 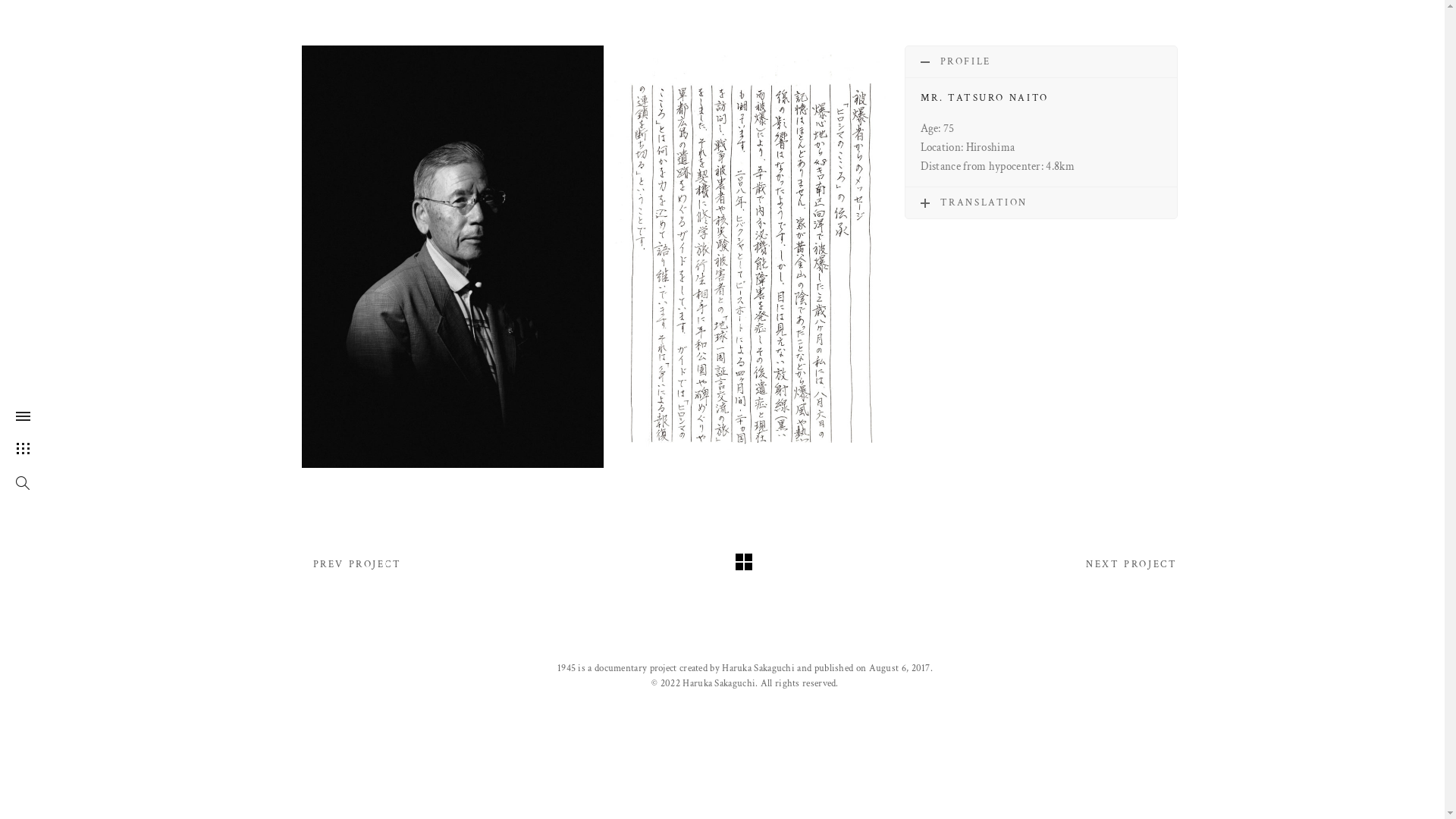 I want to click on 'TRANSLATION', so click(x=1040, y=202).